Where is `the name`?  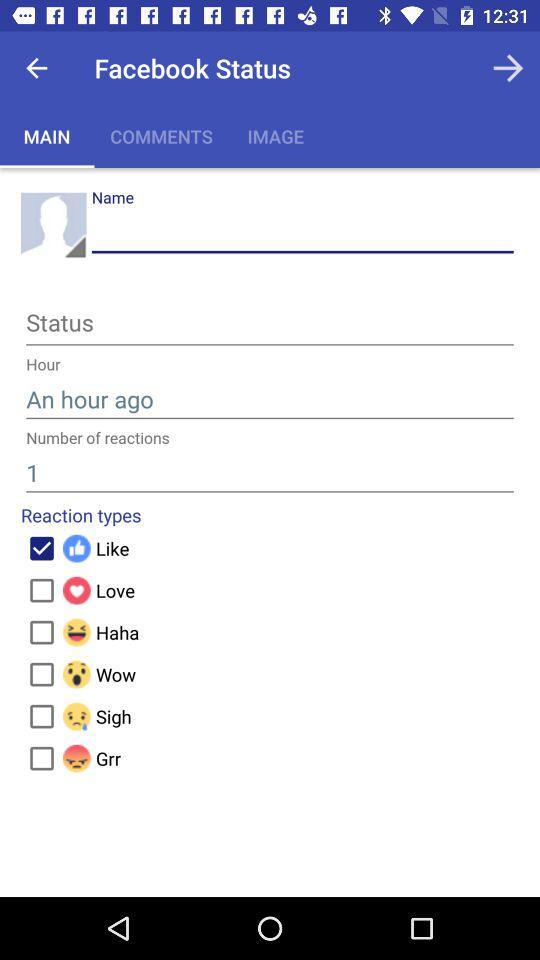
the name is located at coordinates (301, 232).